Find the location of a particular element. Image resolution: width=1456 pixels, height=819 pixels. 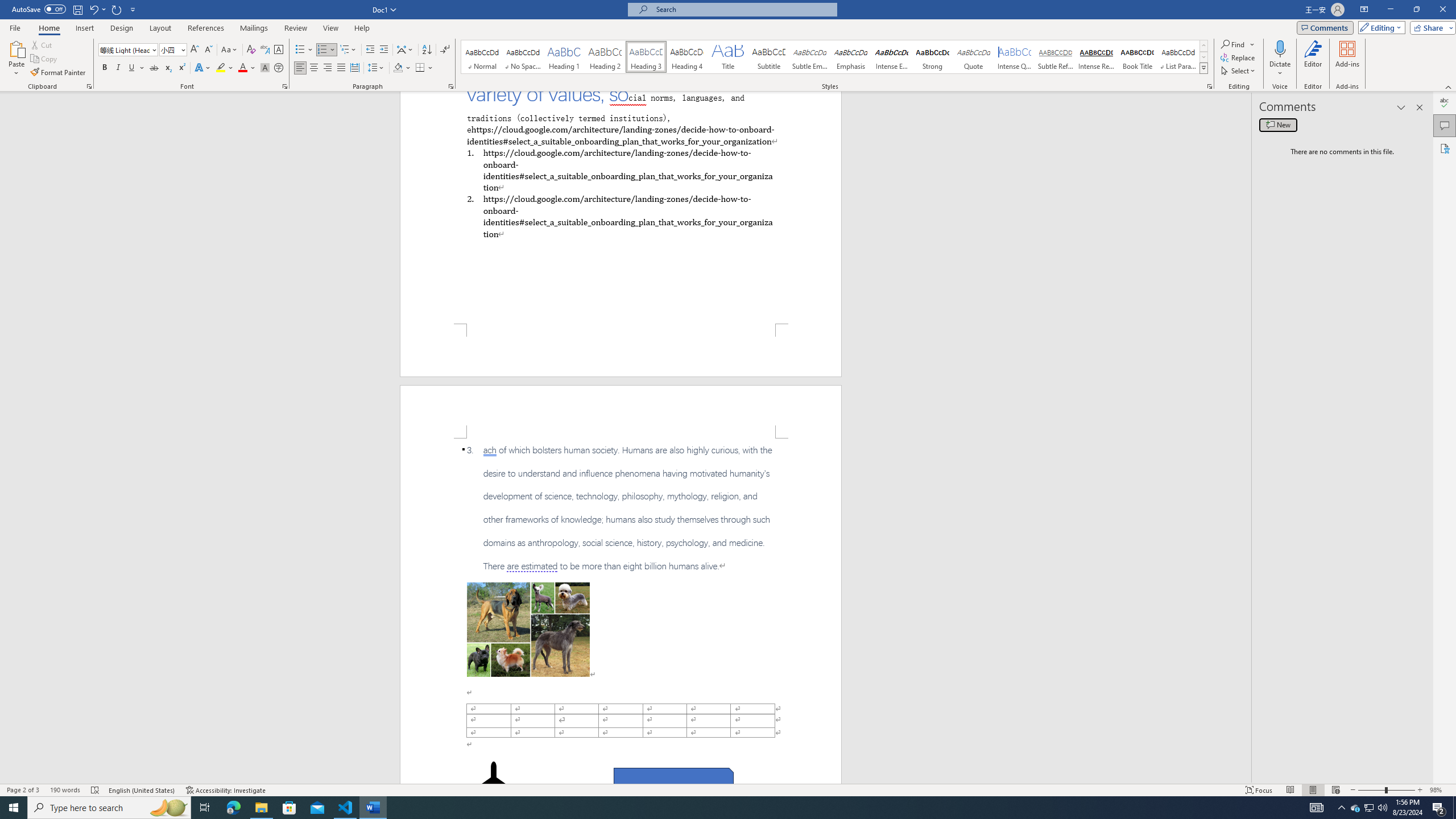

'Header -Section 1-' is located at coordinates (621, 411).